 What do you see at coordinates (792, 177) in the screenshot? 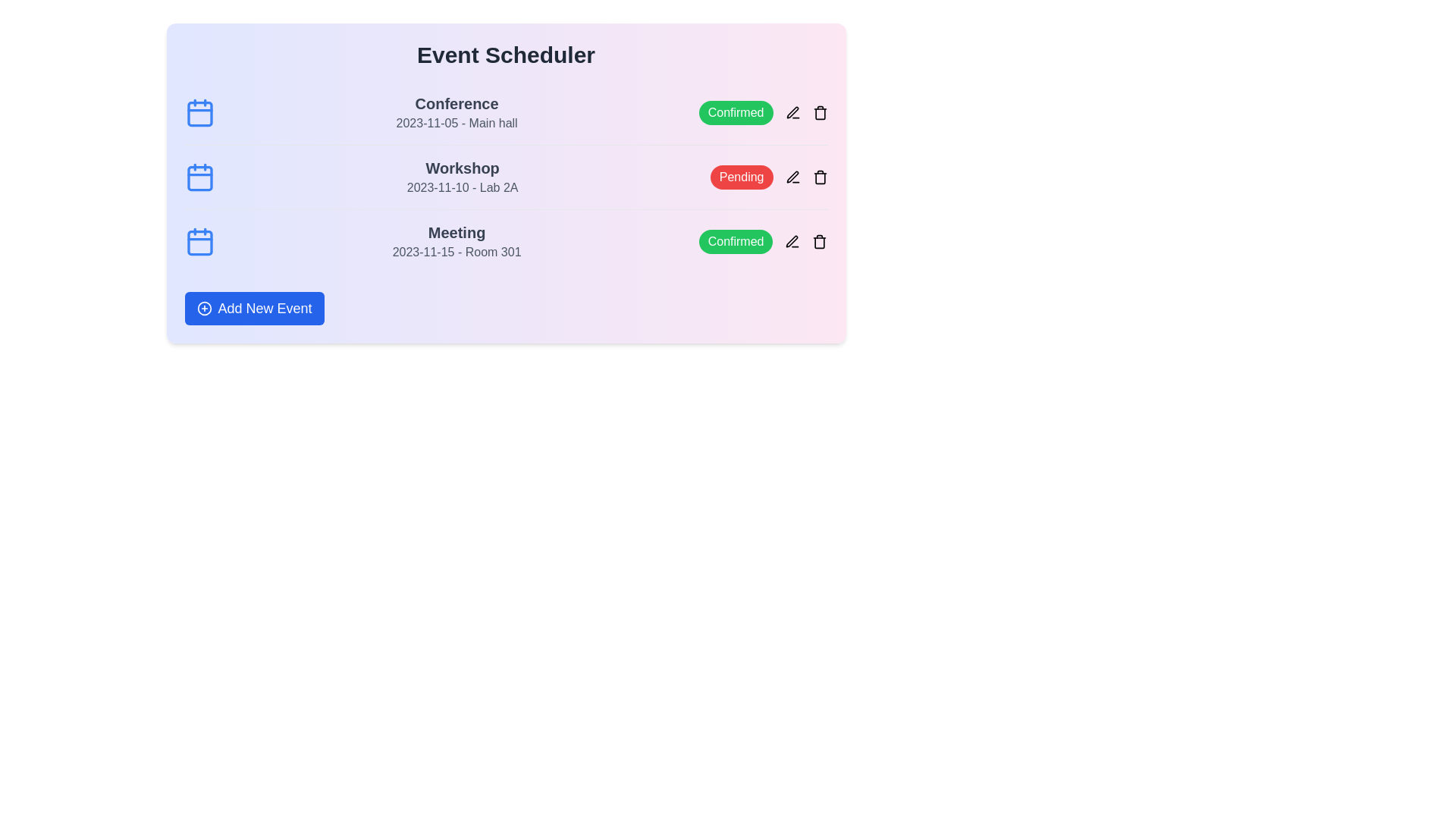
I see `the edit pen icon button located between the 'Pending' status indicator and the trash icon in the action buttons section for the 'Workshop' event entry` at bounding box center [792, 177].